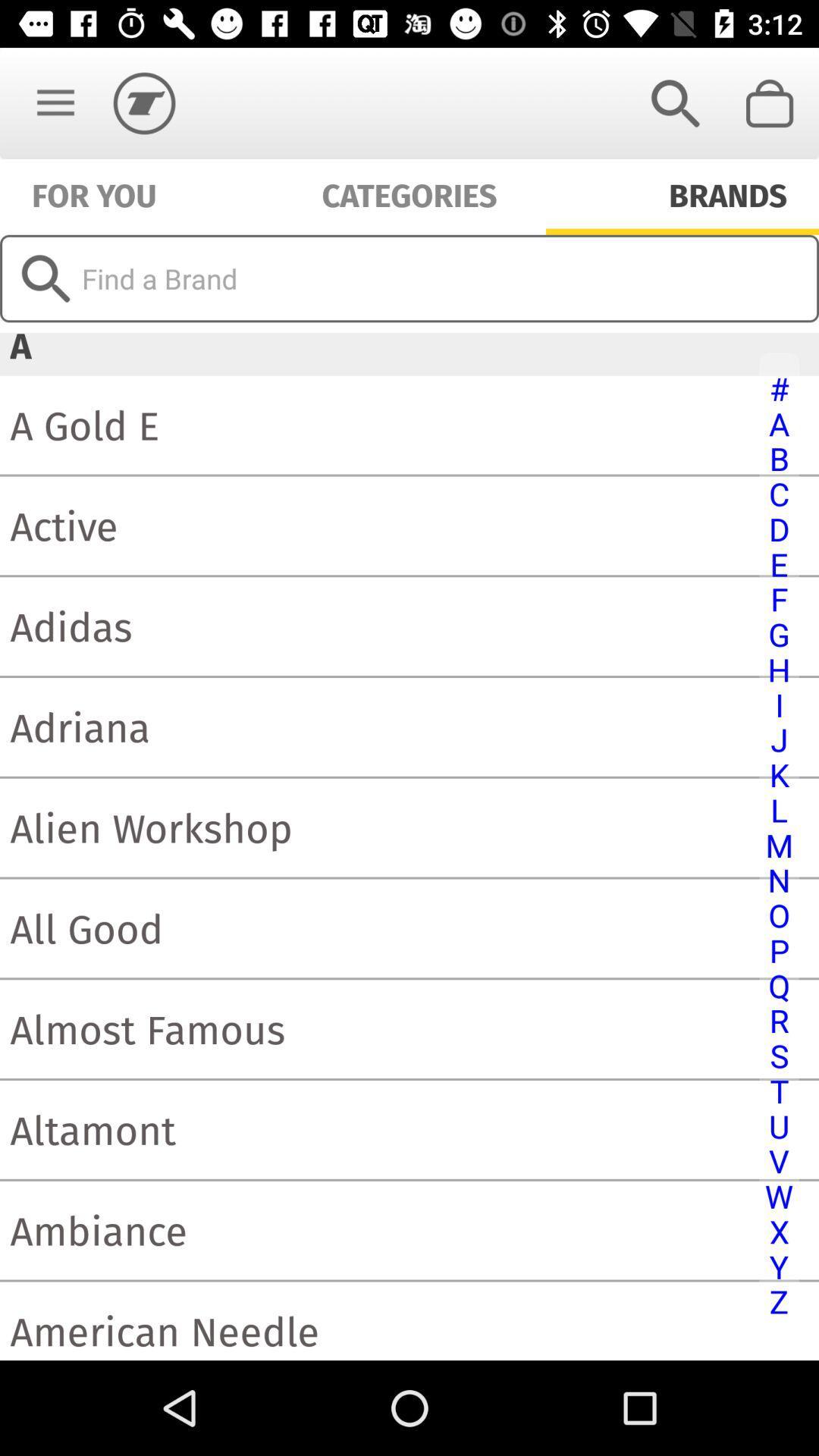 The height and width of the screenshot is (1456, 819). Describe the element at coordinates (409, 278) in the screenshot. I see `search for specific brand` at that location.